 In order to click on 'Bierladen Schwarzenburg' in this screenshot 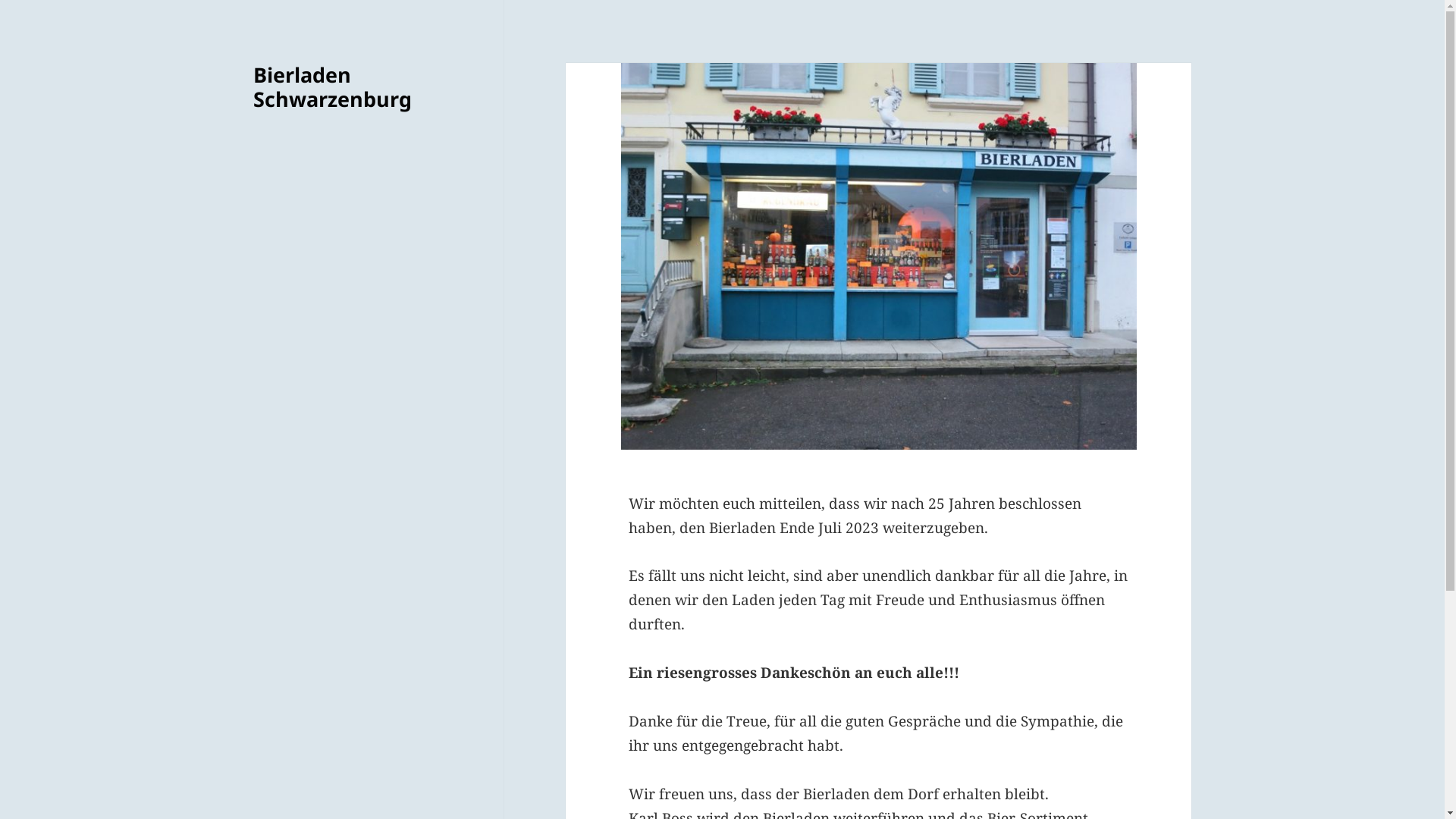, I will do `click(331, 86)`.